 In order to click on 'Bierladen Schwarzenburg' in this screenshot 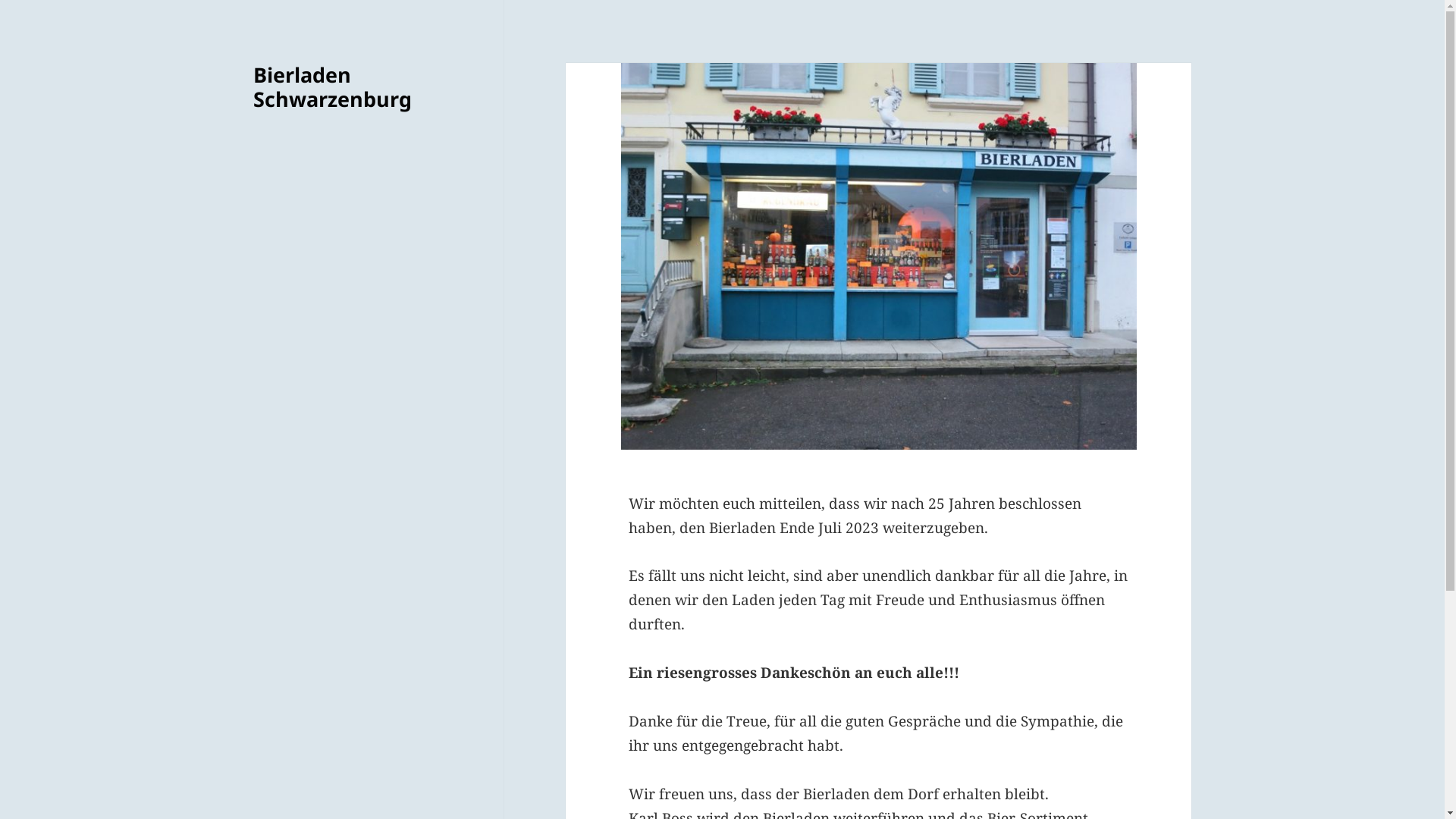, I will do `click(331, 86)`.